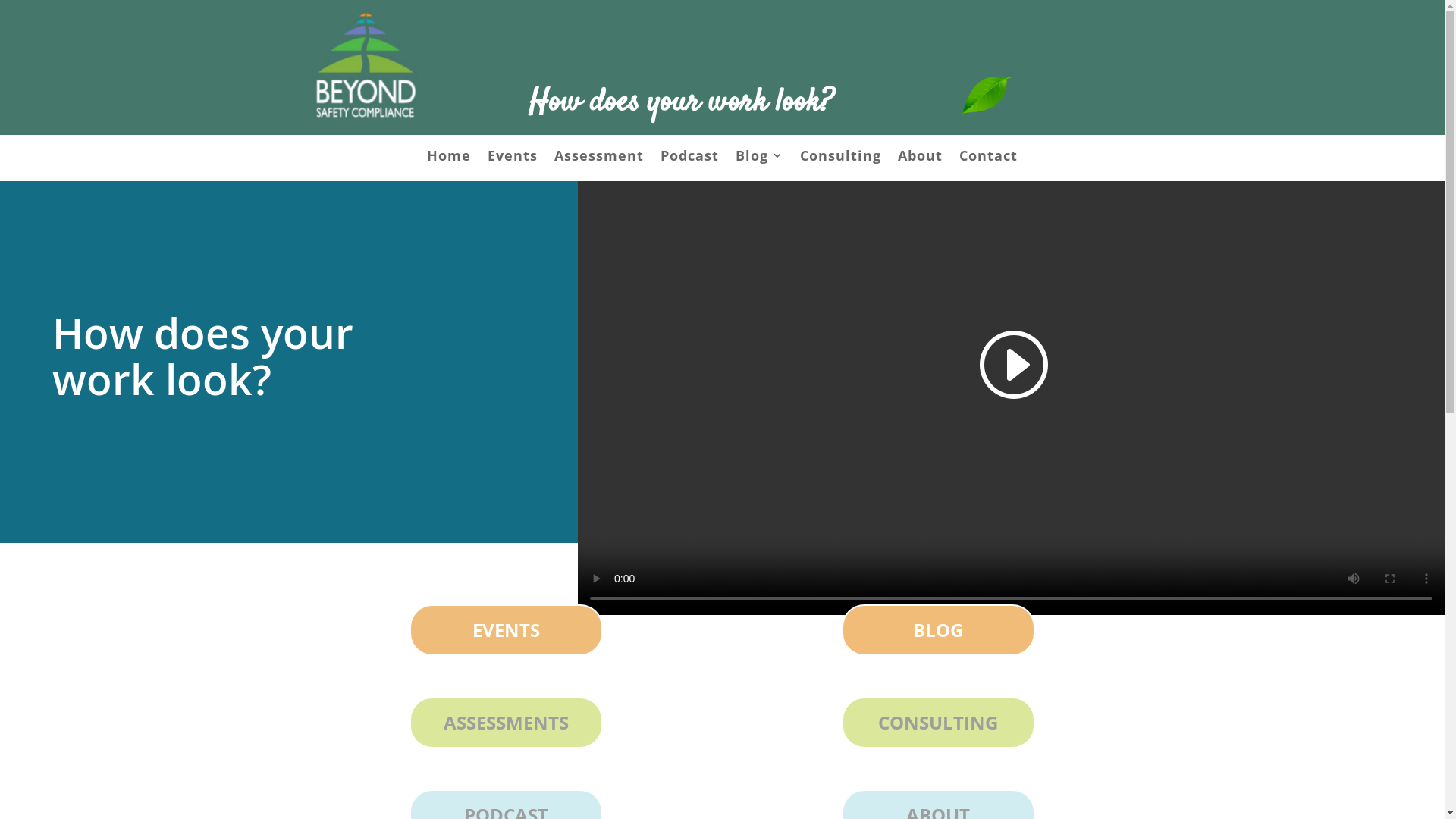  I want to click on 'Podcast', so click(689, 158).